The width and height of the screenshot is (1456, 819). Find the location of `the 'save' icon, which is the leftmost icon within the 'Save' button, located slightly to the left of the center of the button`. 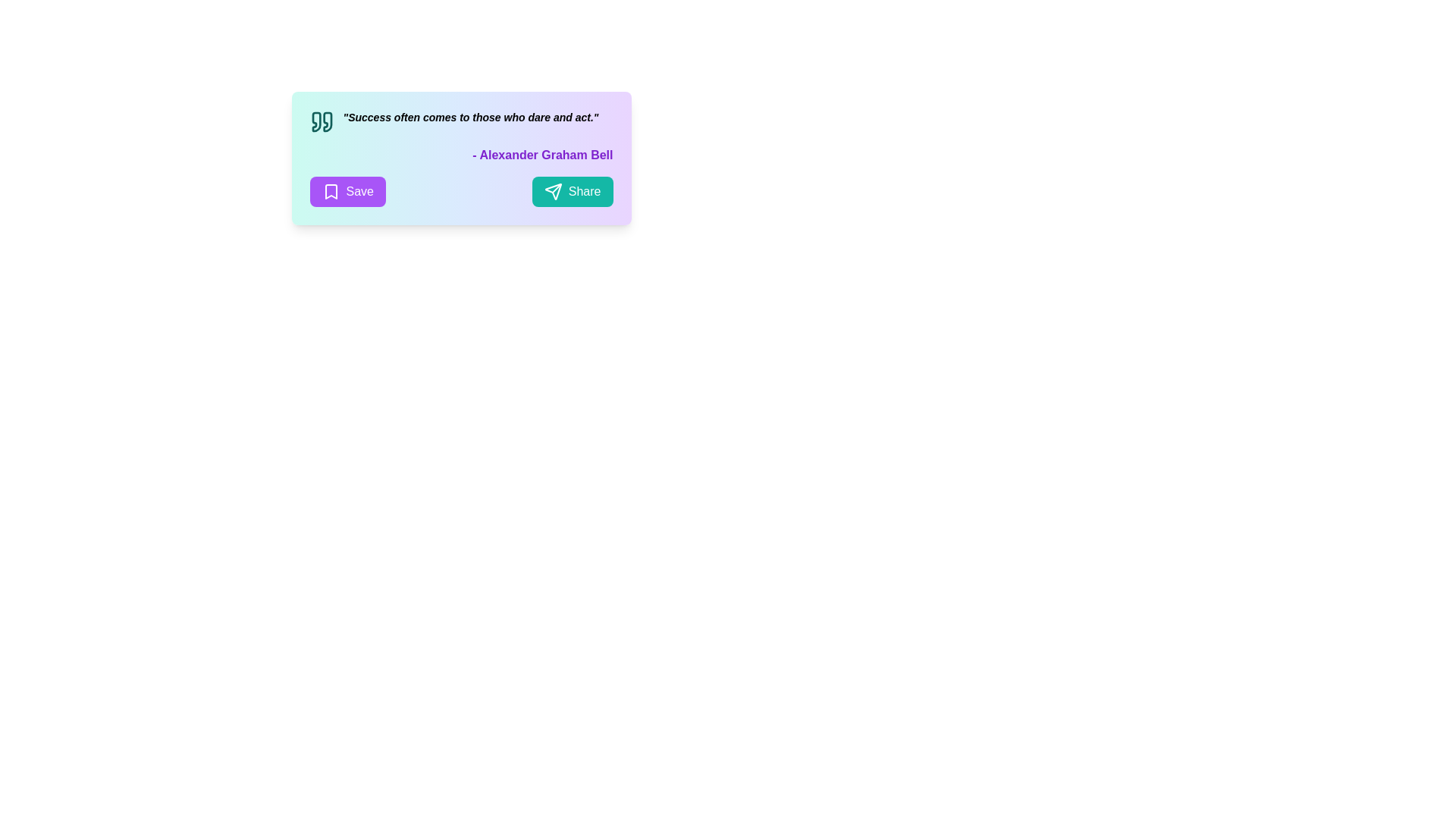

the 'save' icon, which is the leftmost icon within the 'Save' button, located slightly to the left of the center of the button is located at coordinates (330, 191).